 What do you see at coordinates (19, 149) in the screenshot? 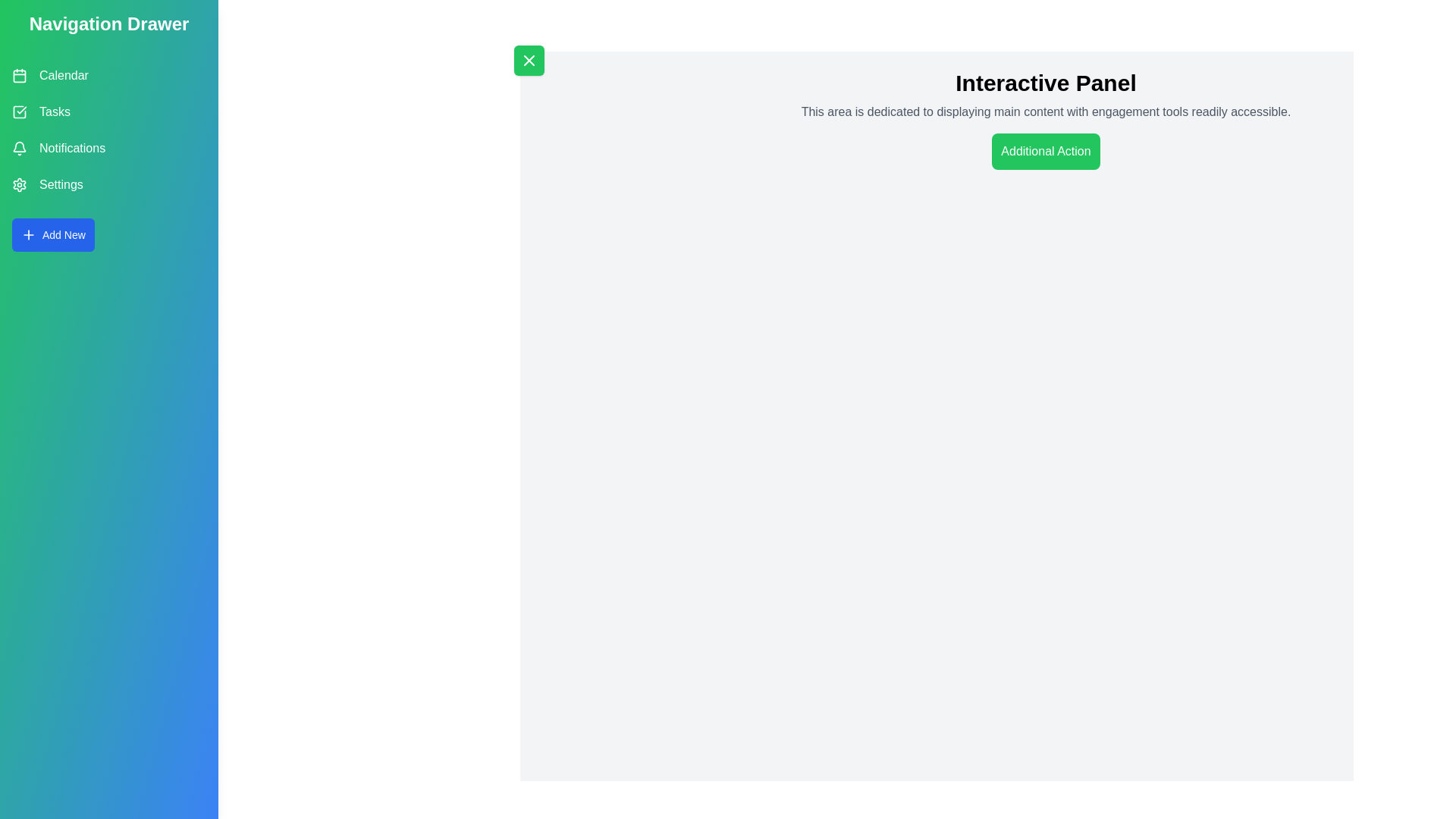
I see `the bell icon associated with notifications, located in the navigation menu on the left side, above the 'Notifications' text` at bounding box center [19, 149].